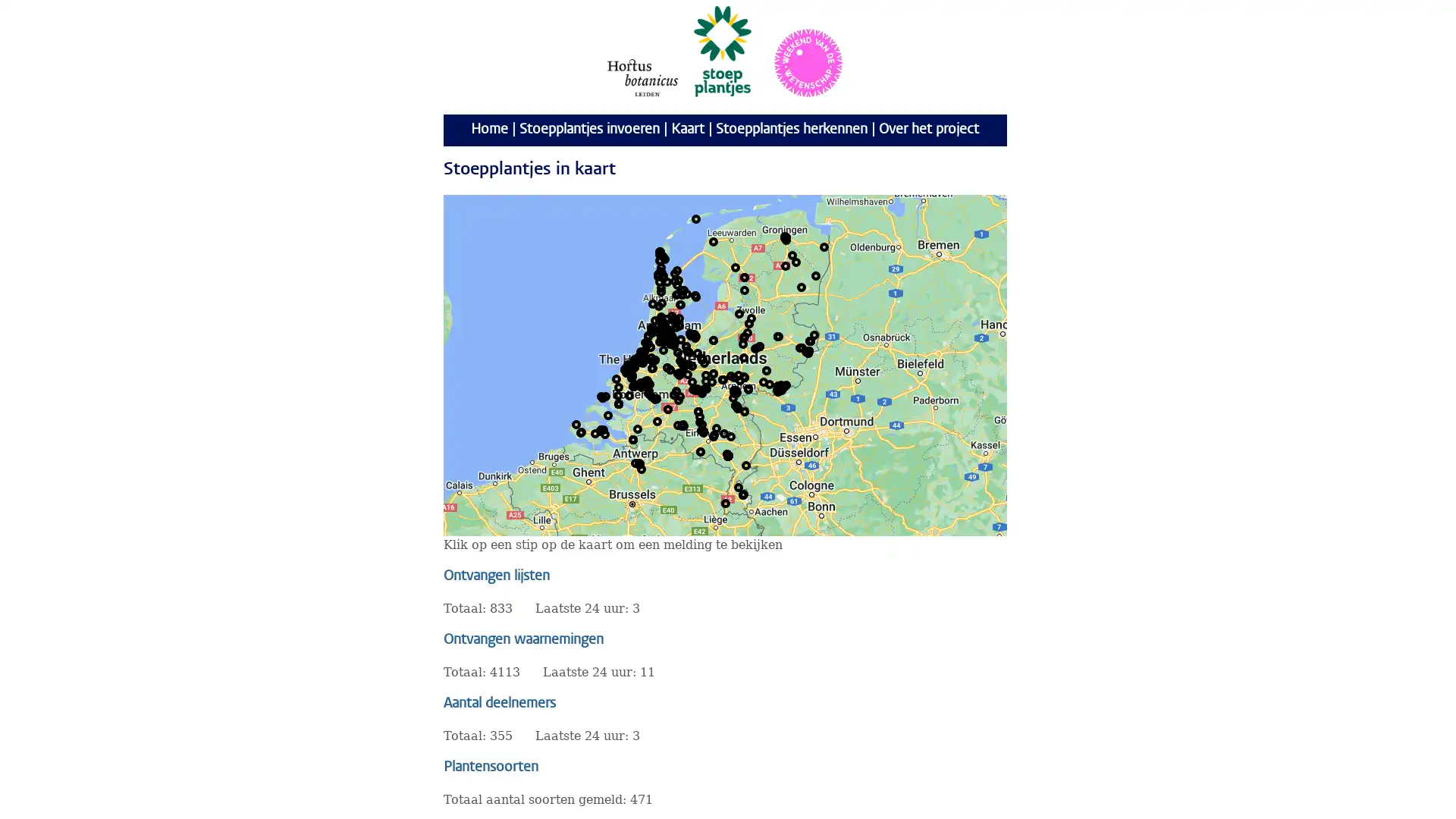  What do you see at coordinates (648, 382) in the screenshot?
I see `Telling van Wilem Harm op 09 februari 2022` at bounding box center [648, 382].